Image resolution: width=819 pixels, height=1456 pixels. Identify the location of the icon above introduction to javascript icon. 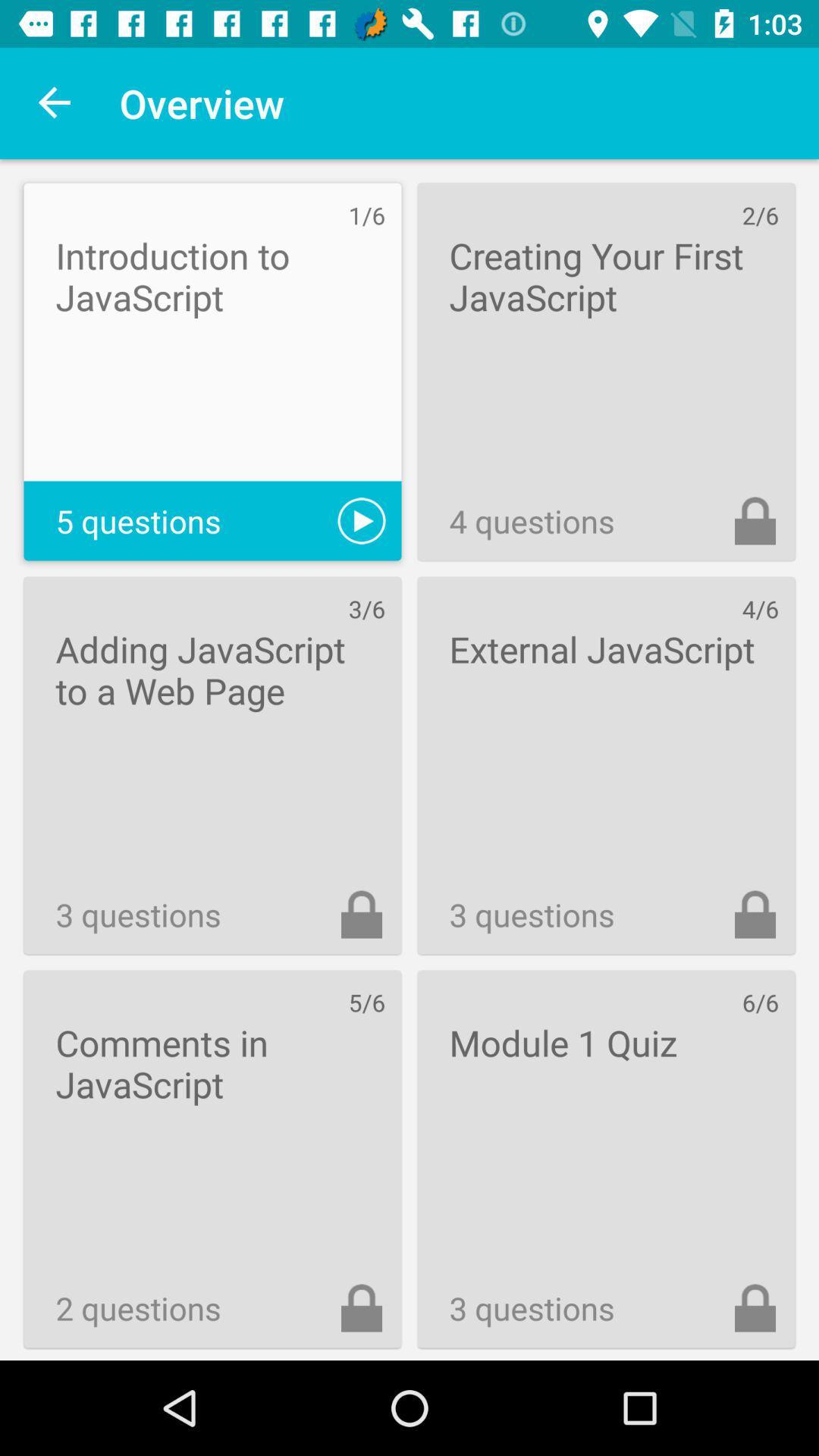
(55, 102).